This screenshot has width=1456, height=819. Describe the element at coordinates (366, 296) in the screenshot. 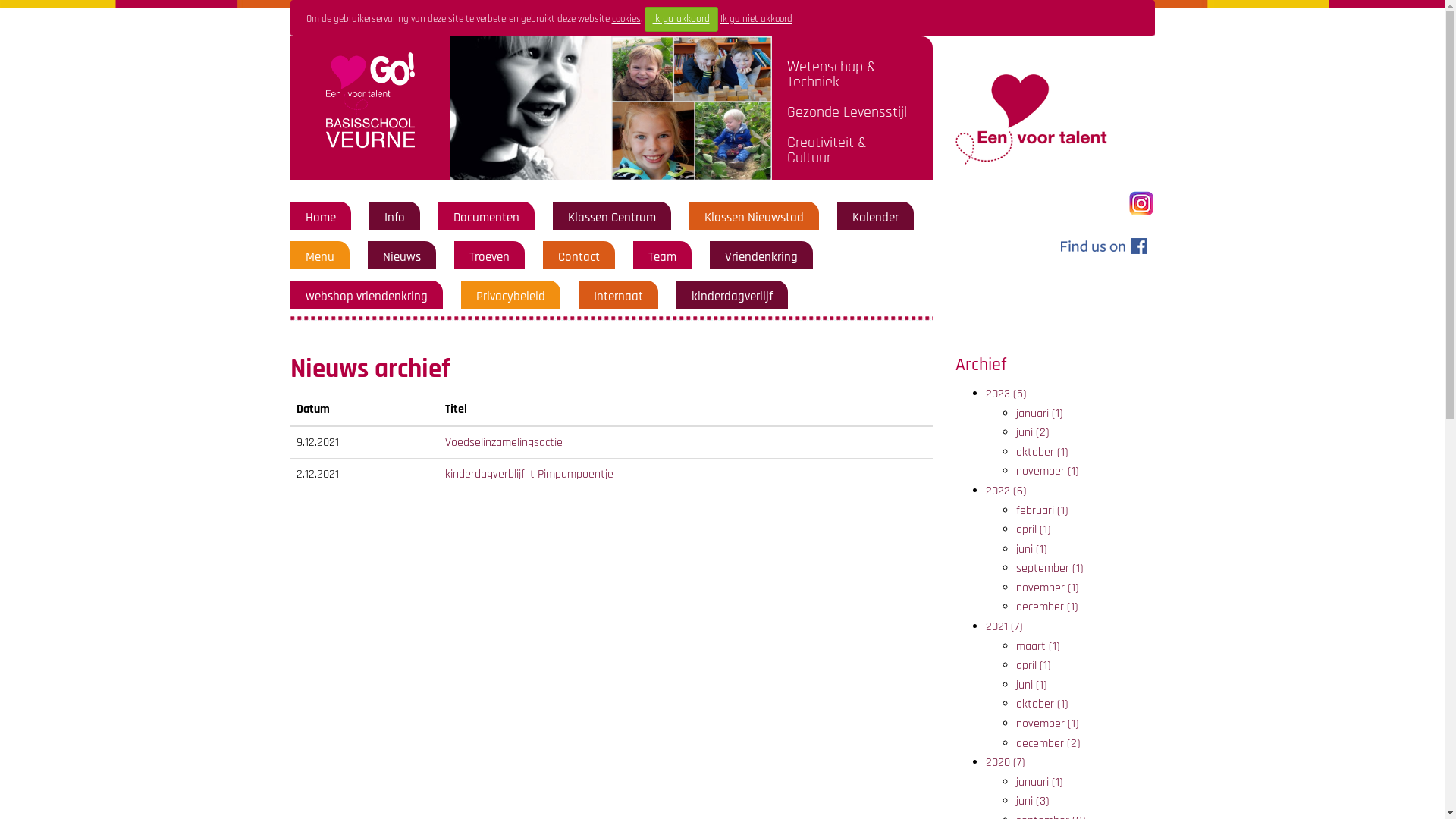

I see `'webshop vriendenkring'` at that location.